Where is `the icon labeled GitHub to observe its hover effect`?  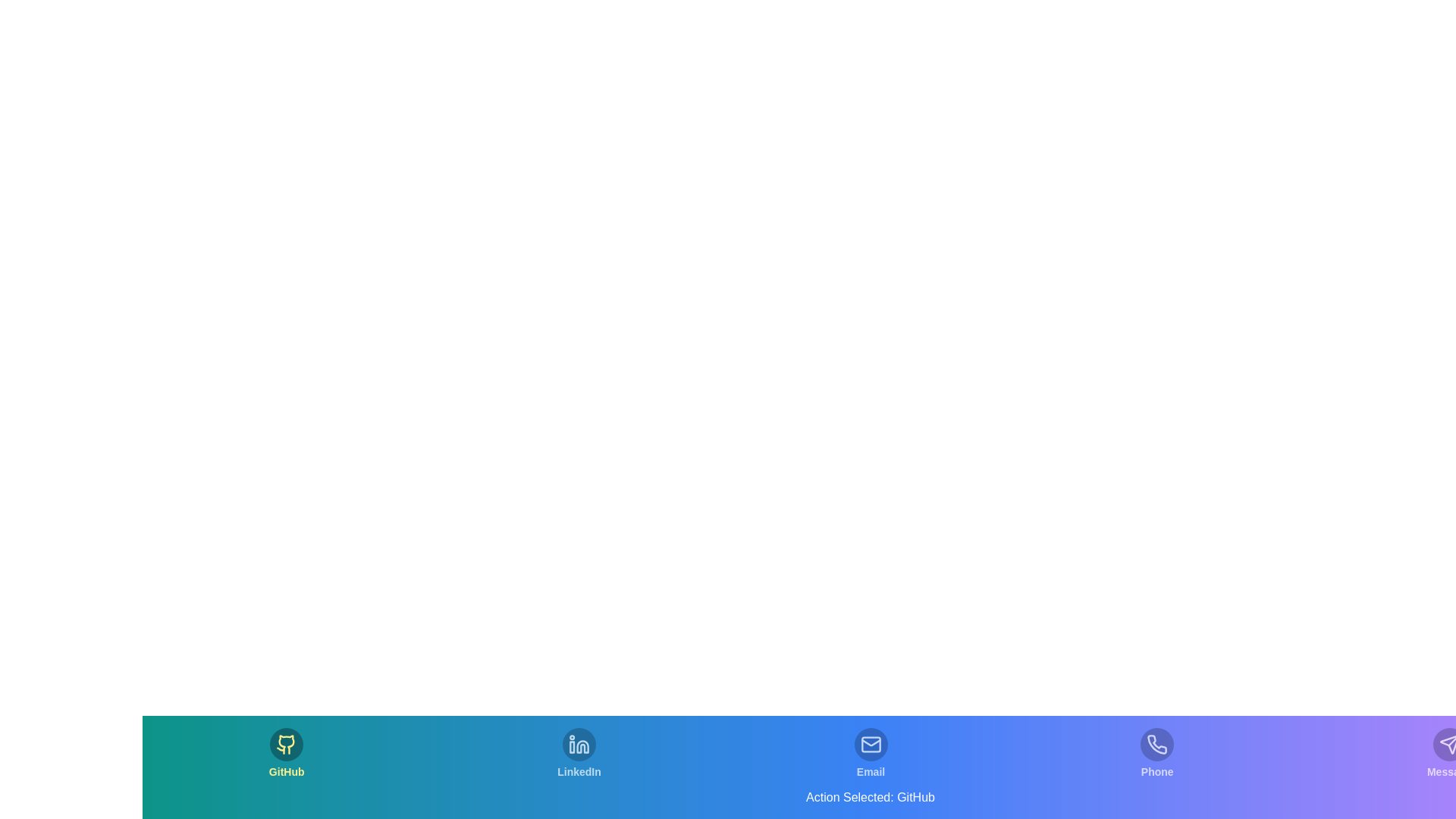 the icon labeled GitHub to observe its hover effect is located at coordinates (287, 754).